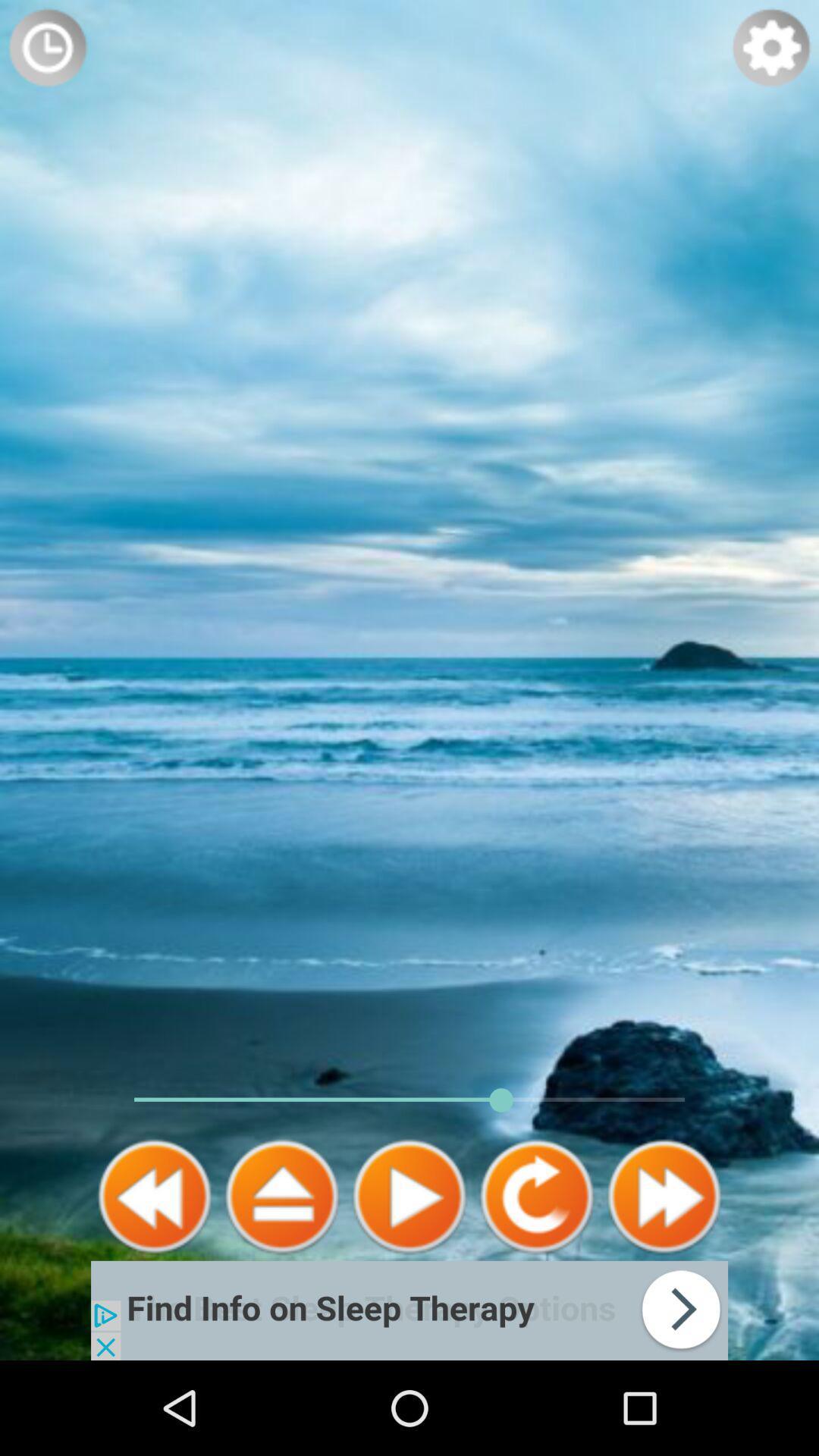 This screenshot has height=1456, width=819. Describe the element at coordinates (155, 1280) in the screenshot. I see `the av_rewind icon` at that location.